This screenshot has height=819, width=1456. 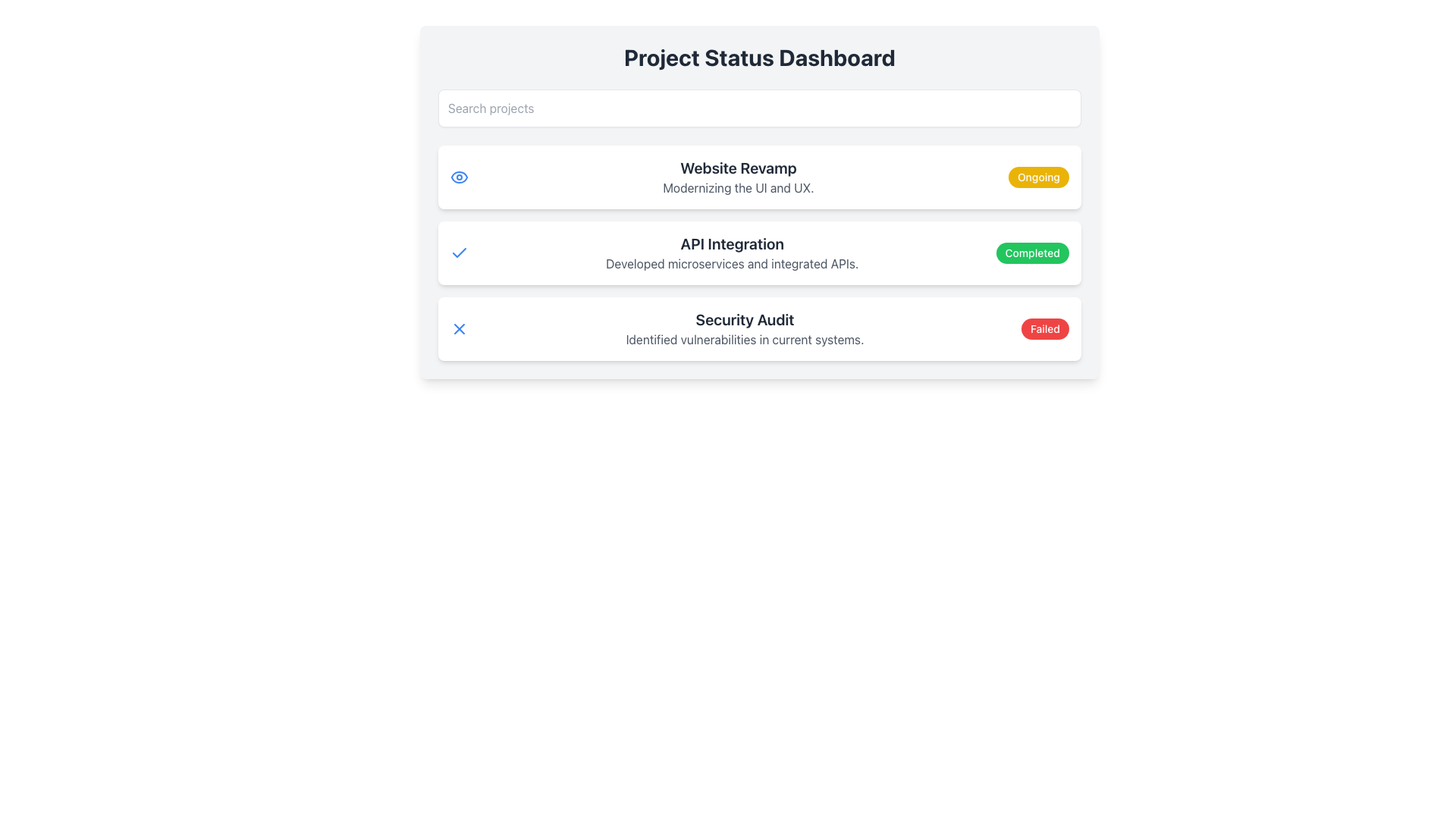 What do you see at coordinates (760, 107) in the screenshot?
I see `the search input box located beneath the 'Project Status Dashboard' title` at bounding box center [760, 107].